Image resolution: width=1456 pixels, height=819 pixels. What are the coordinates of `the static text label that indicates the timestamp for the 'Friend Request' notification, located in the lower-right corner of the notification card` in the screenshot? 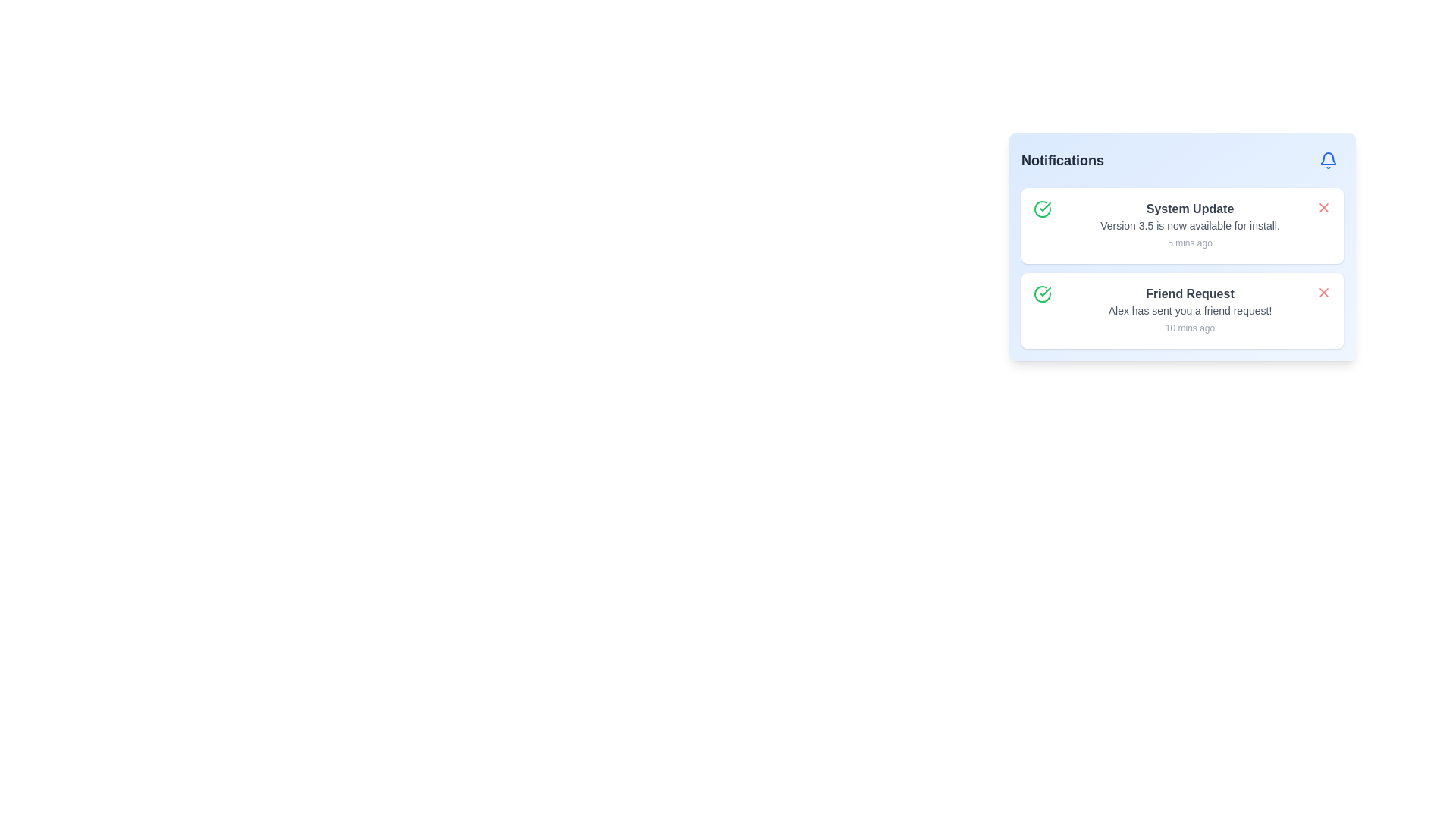 It's located at (1189, 327).